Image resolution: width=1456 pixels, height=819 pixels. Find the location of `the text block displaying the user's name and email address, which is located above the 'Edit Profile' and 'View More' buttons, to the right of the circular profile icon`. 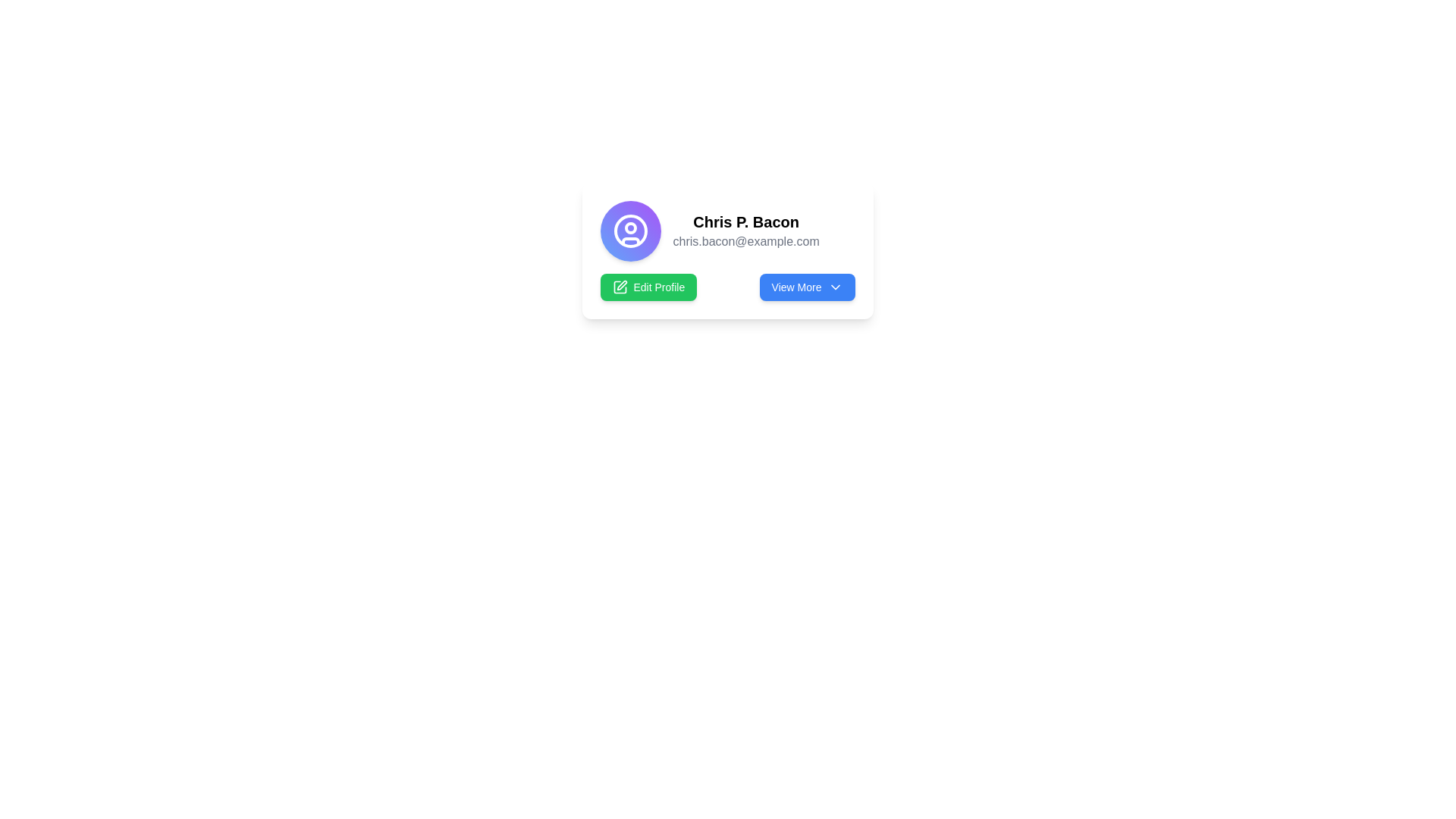

the text block displaying the user's name and email address, which is located above the 'Edit Profile' and 'View More' buttons, to the right of the circular profile icon is located at coordinates (746, 231).